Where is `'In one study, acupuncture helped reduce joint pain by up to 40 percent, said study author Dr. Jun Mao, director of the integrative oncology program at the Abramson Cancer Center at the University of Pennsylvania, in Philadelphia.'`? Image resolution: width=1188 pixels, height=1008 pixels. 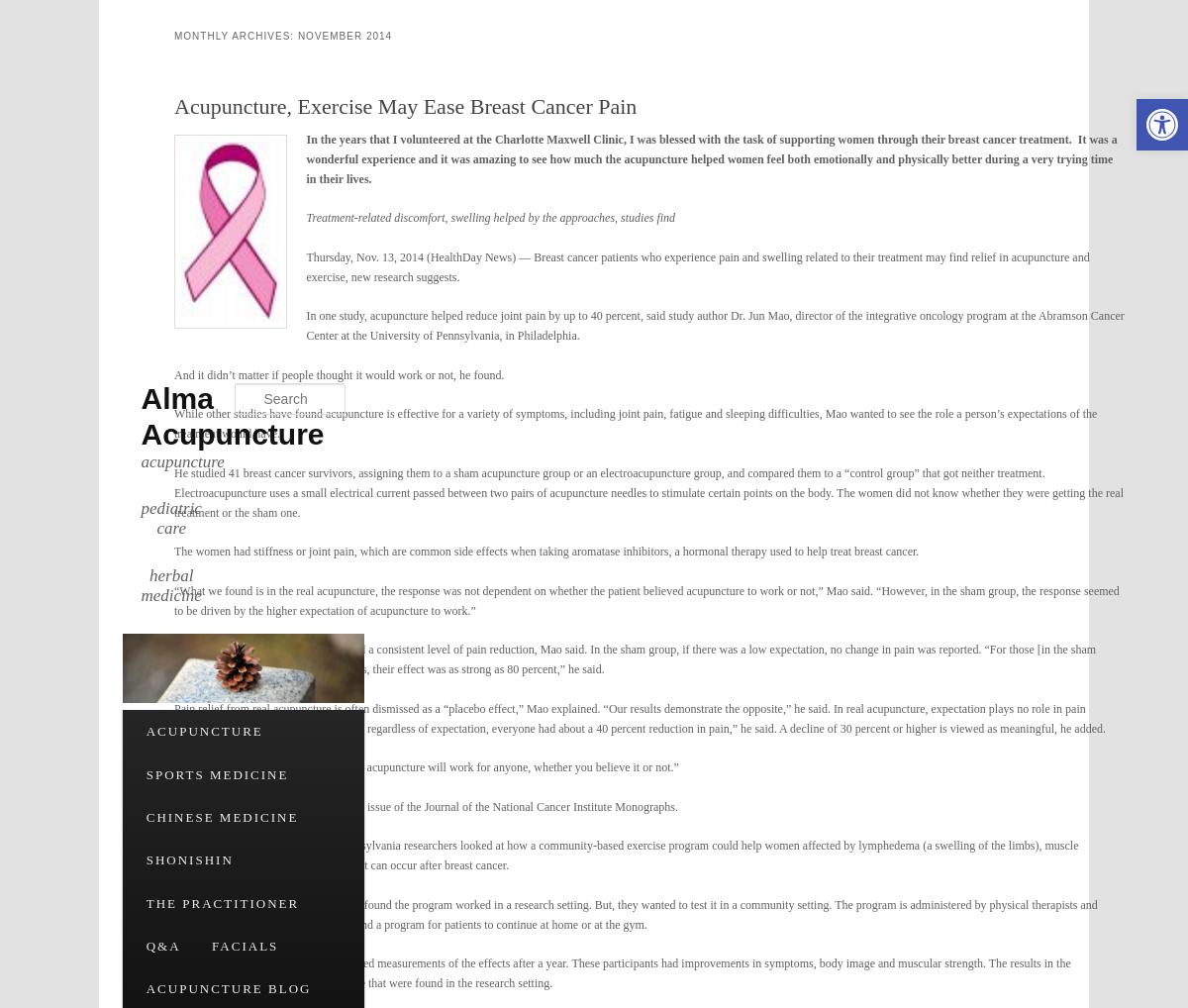
'In one study, acupuncture helped reduce joint pain by up to 40 percent, said study author Dr. Jun Mao, director of the integrative oncology program at the Abramson Cancer Center at the University of Pennsylvania, in Philadelphia.' is located at coordinates (306, 325).